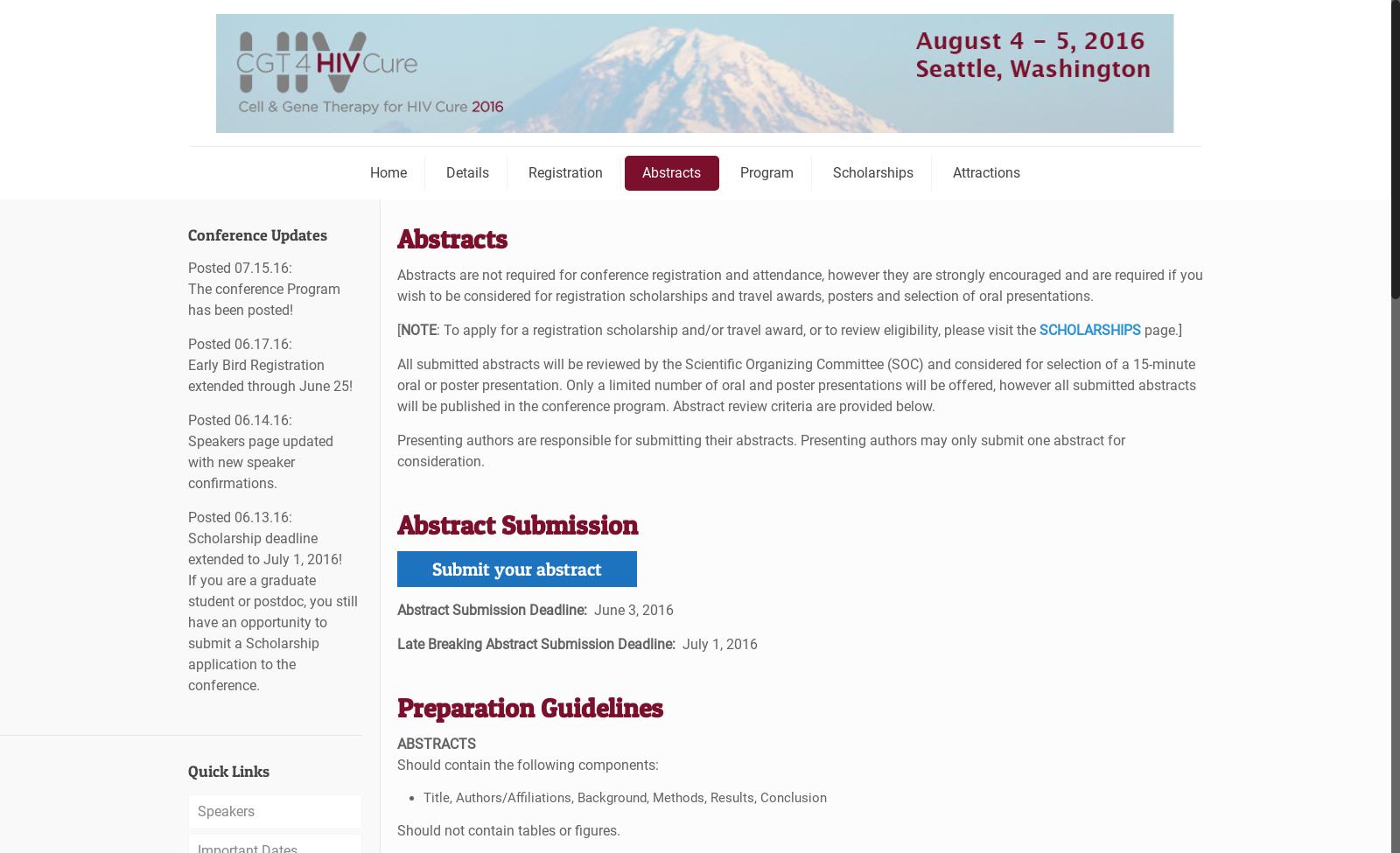 The height and width of the screenshot is (853, 1400). Describe the element at coordinates (257, 234) in the screenshot. I see `'Conference Updates'` at that location.